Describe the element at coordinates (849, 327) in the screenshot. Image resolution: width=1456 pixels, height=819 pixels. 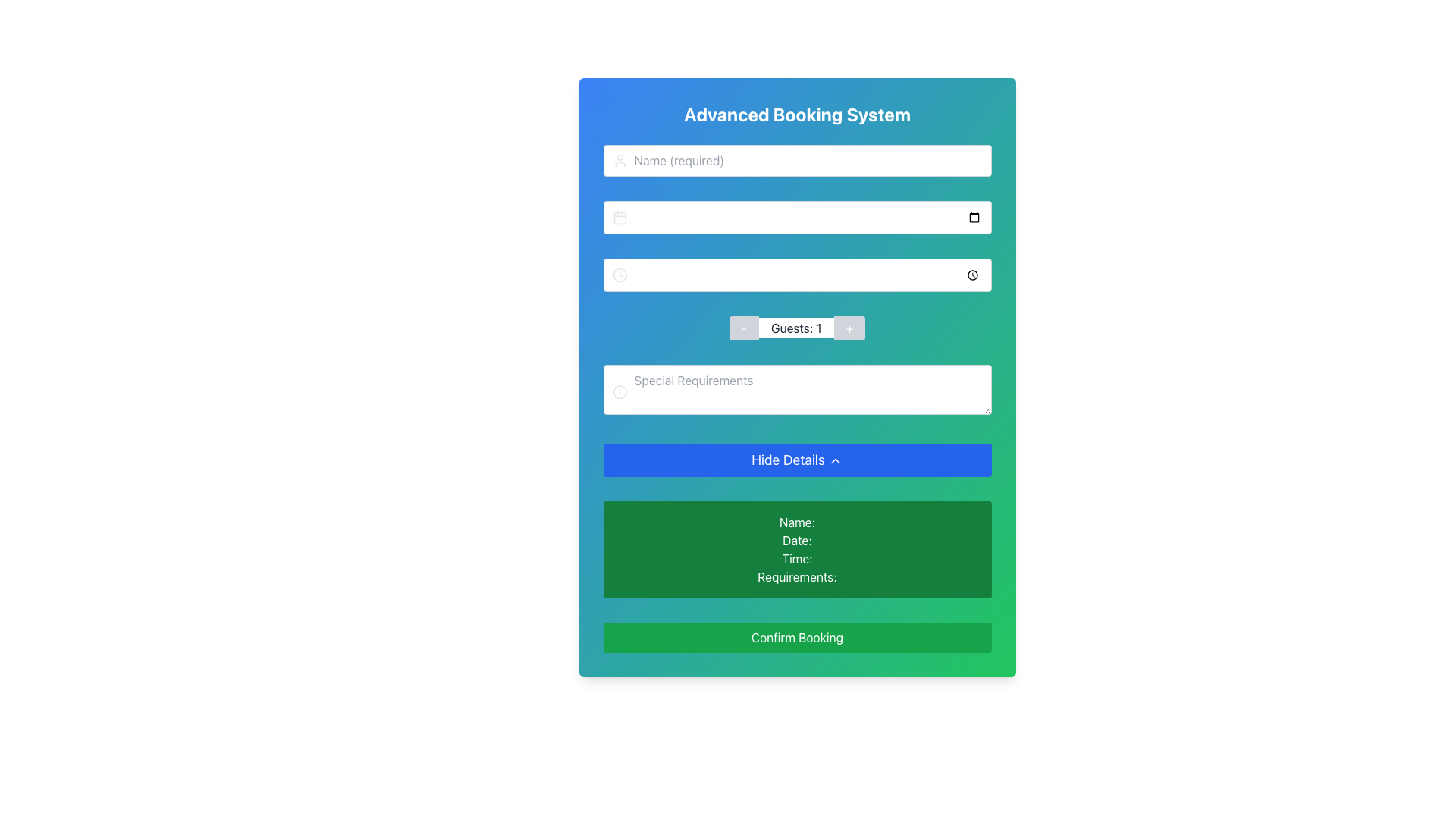
I see `the '+' button on the rightmost side of the row` at that location.